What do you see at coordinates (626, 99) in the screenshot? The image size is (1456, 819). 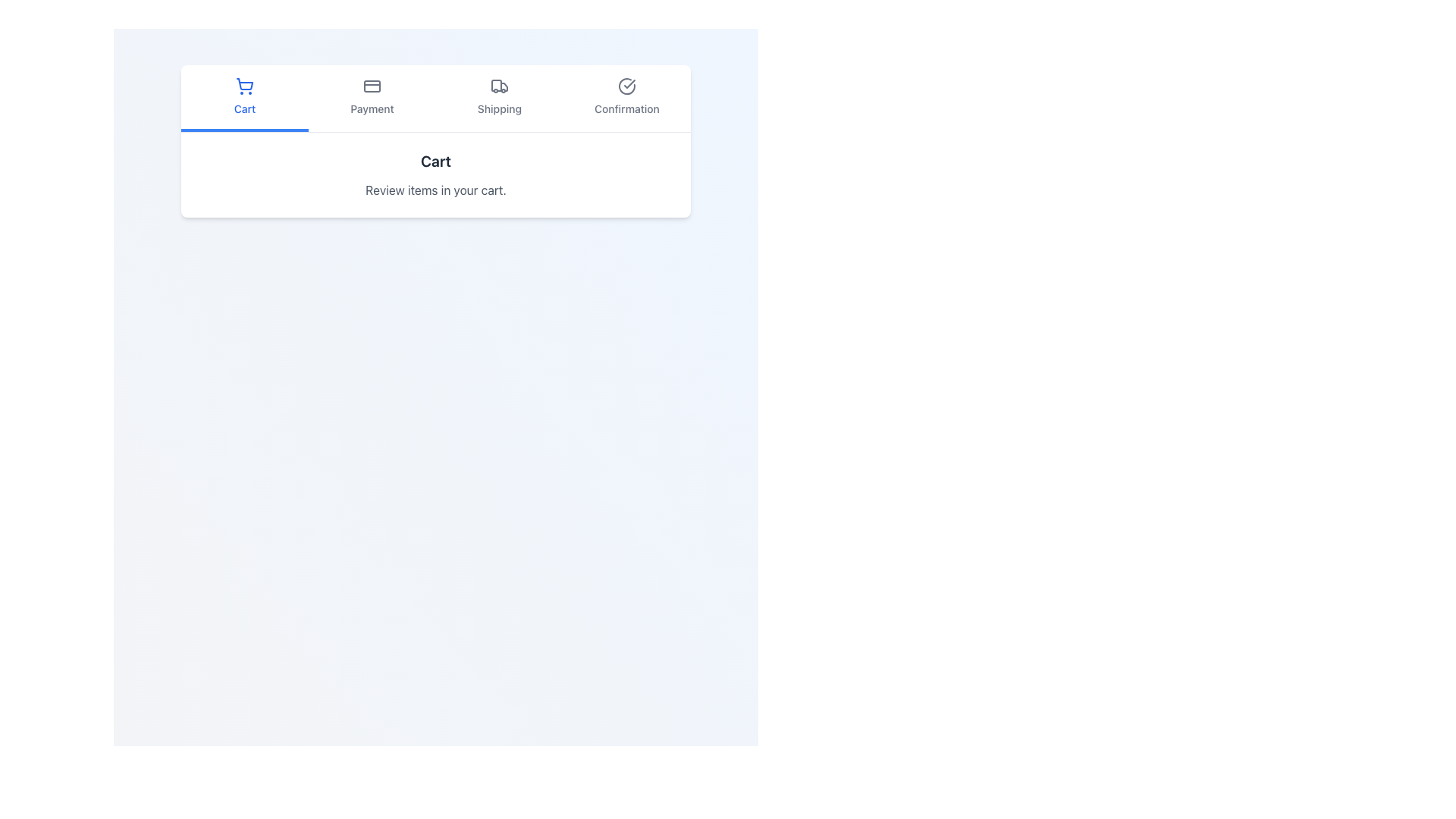 I see `the 'Confirmation' tab with a centered label and a circular checkmark icon` at bounding box center [626, 99].